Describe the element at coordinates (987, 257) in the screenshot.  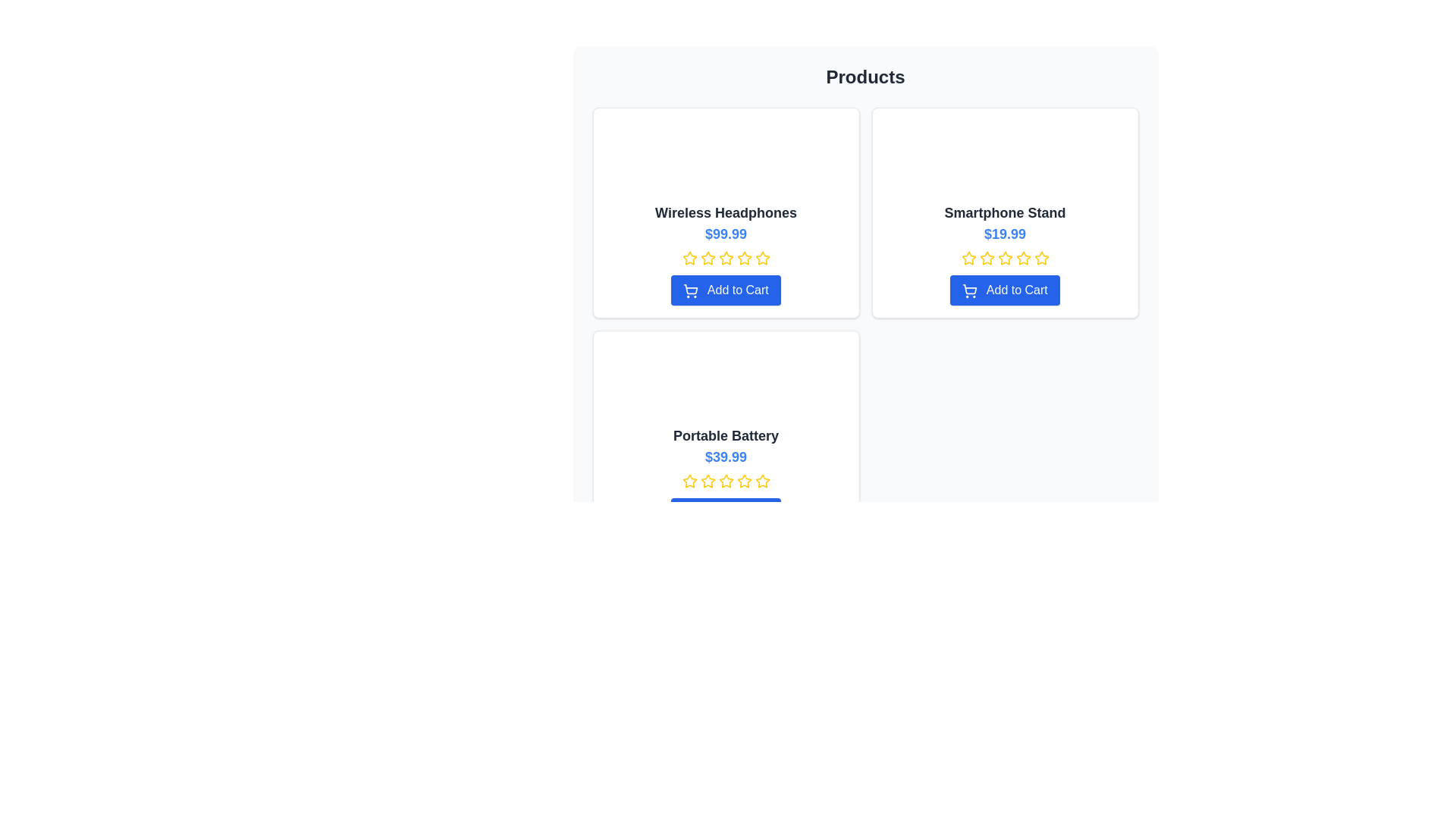
I see `the second star icon representing a two out of five rating for the 'Smartphone Stand' product` at that location.